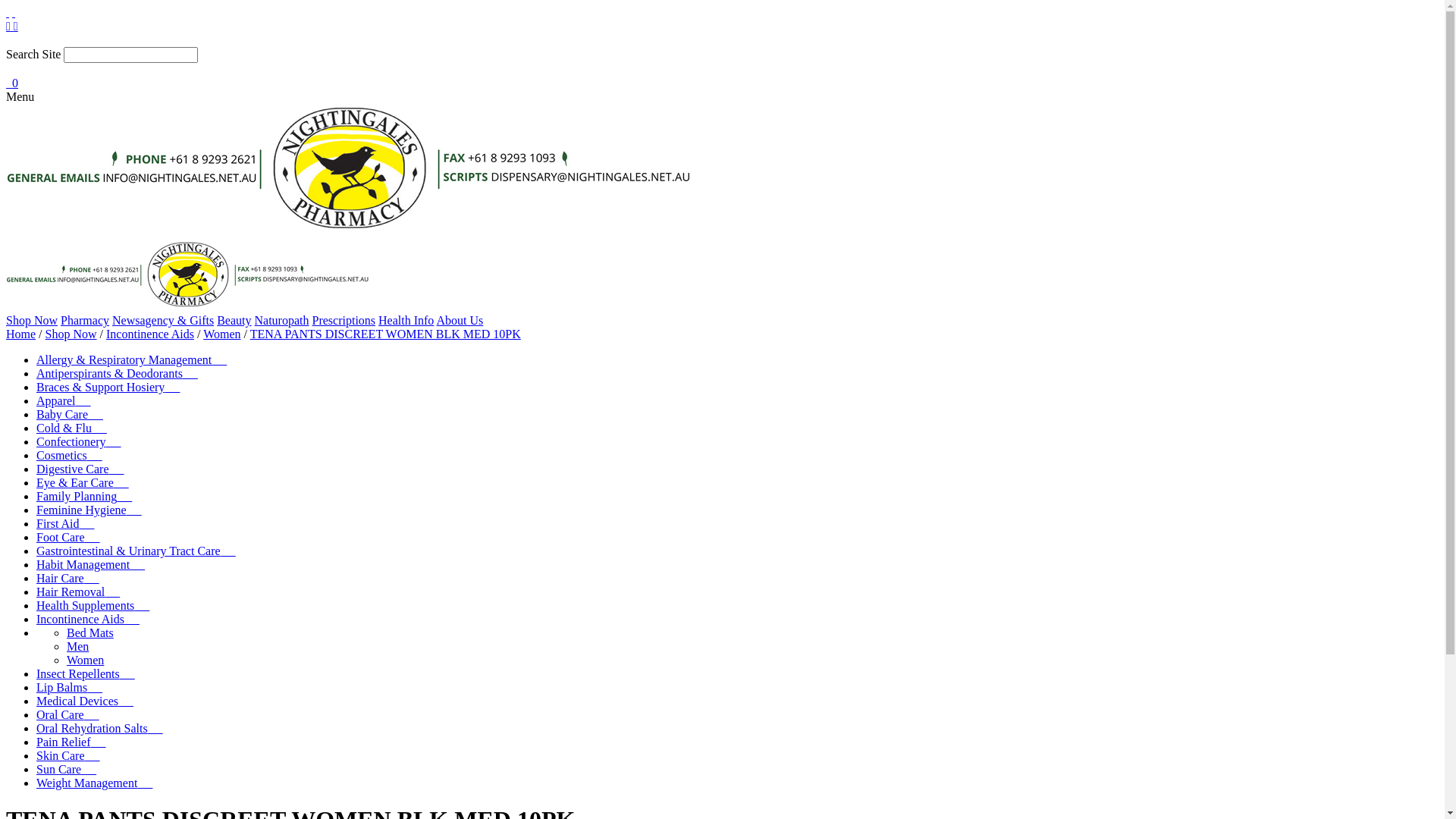 The image size is (1456, 819). What do you see at coordinates (67, 755) in the screenshot?
I see `'Skin Care     '` at bounding box center [67, 755].